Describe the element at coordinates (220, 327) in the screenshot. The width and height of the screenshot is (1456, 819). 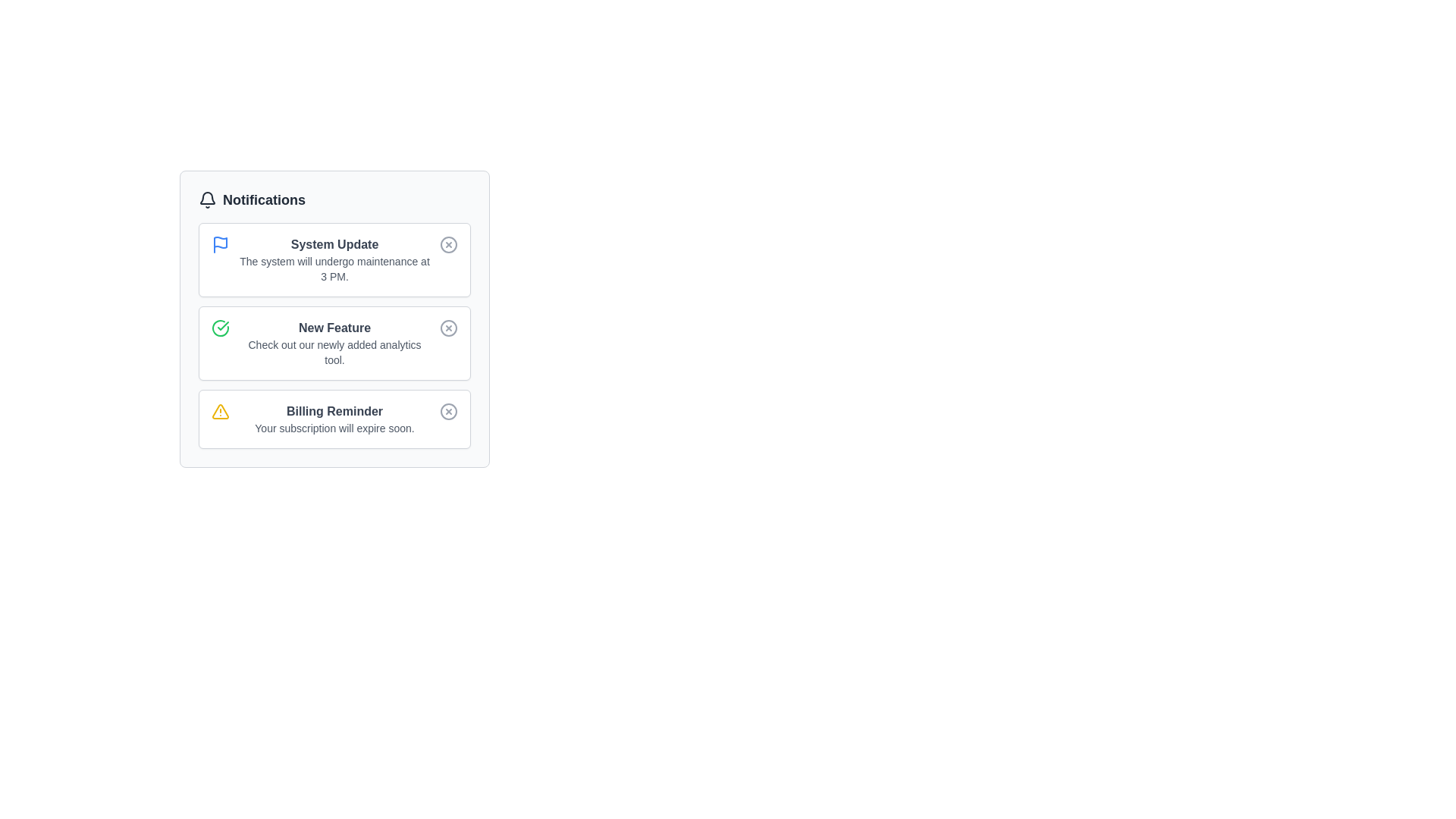
I see `the success indicator icon located in the second notification card, adjacent to the text 'New Feature'` at that location.